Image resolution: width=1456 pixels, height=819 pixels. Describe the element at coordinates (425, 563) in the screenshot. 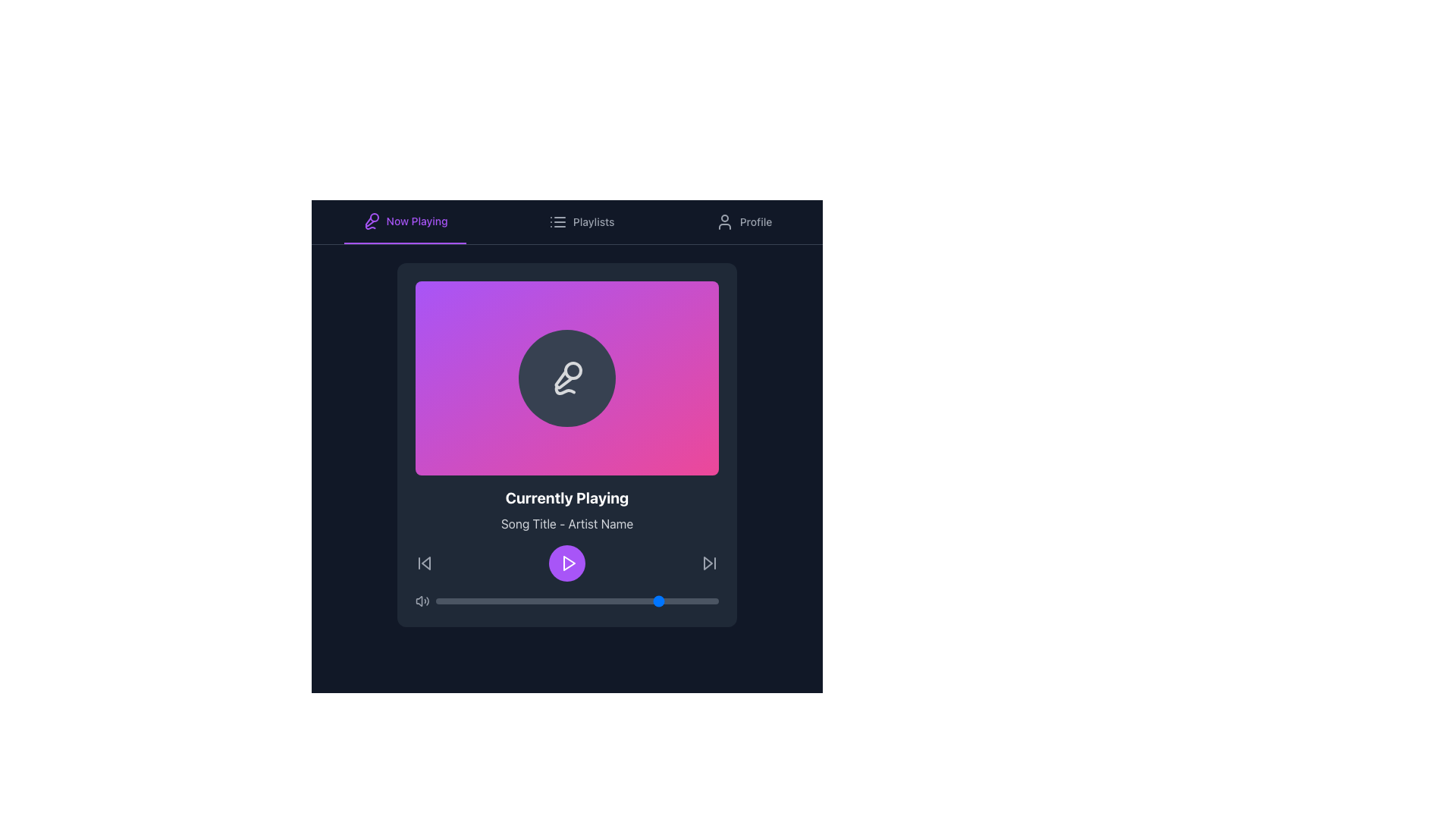

I see `the arrowhead icon in the playback control area to skip to the previous track` at that location.